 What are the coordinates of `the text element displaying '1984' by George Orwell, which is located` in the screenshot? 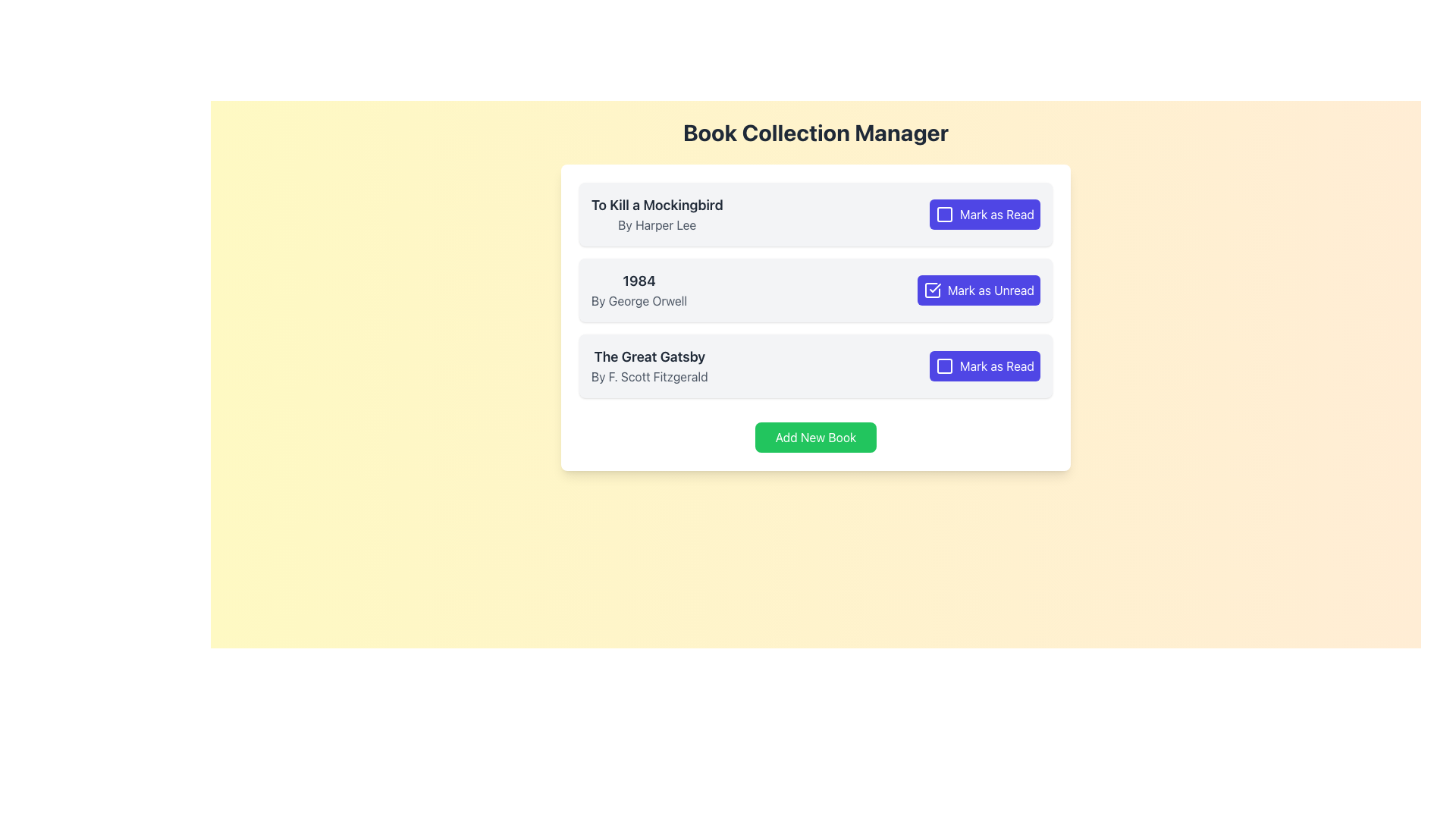 It's located at (639, 290).